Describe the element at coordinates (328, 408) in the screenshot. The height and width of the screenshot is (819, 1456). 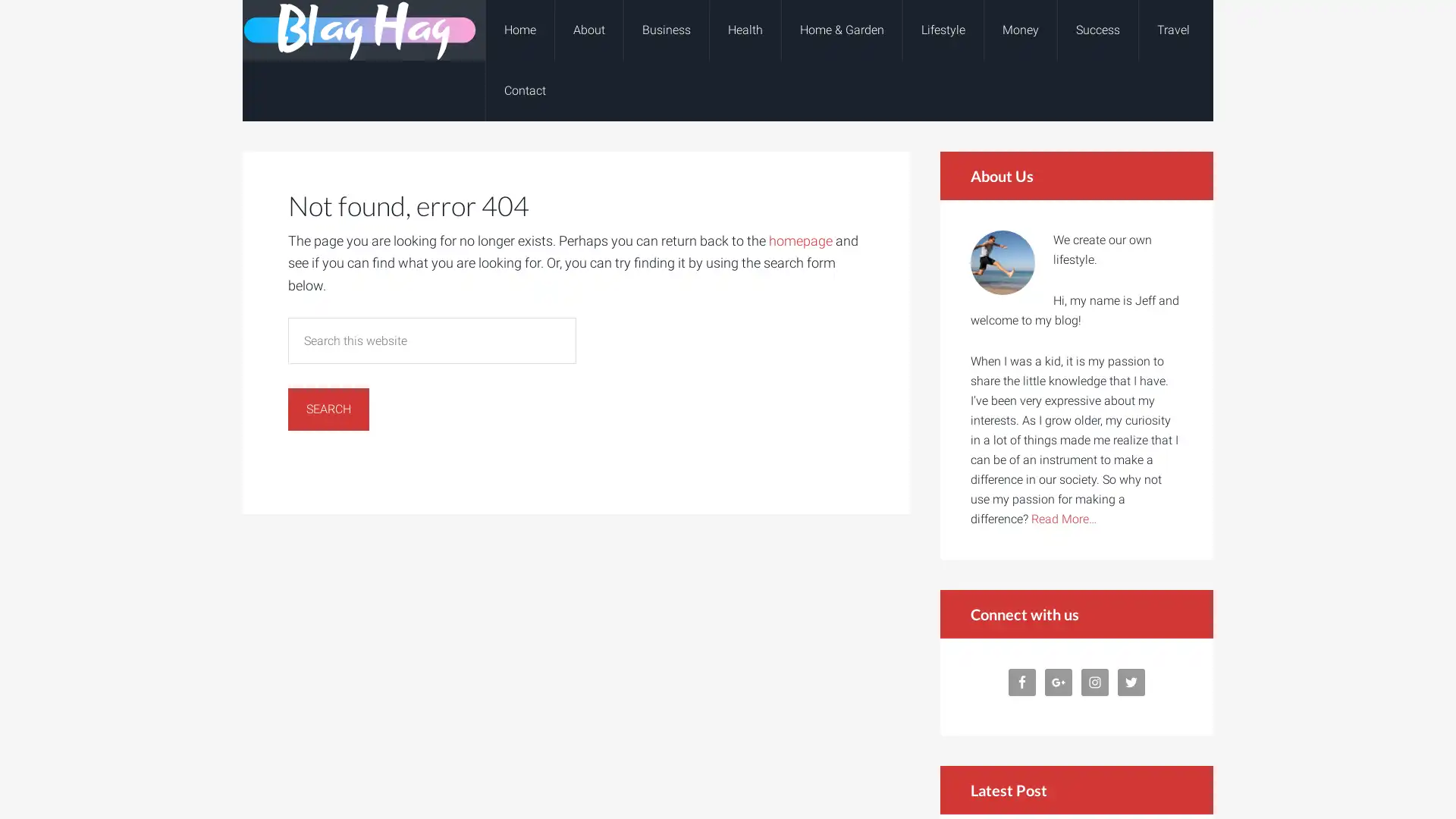
I see `Search` at that location.